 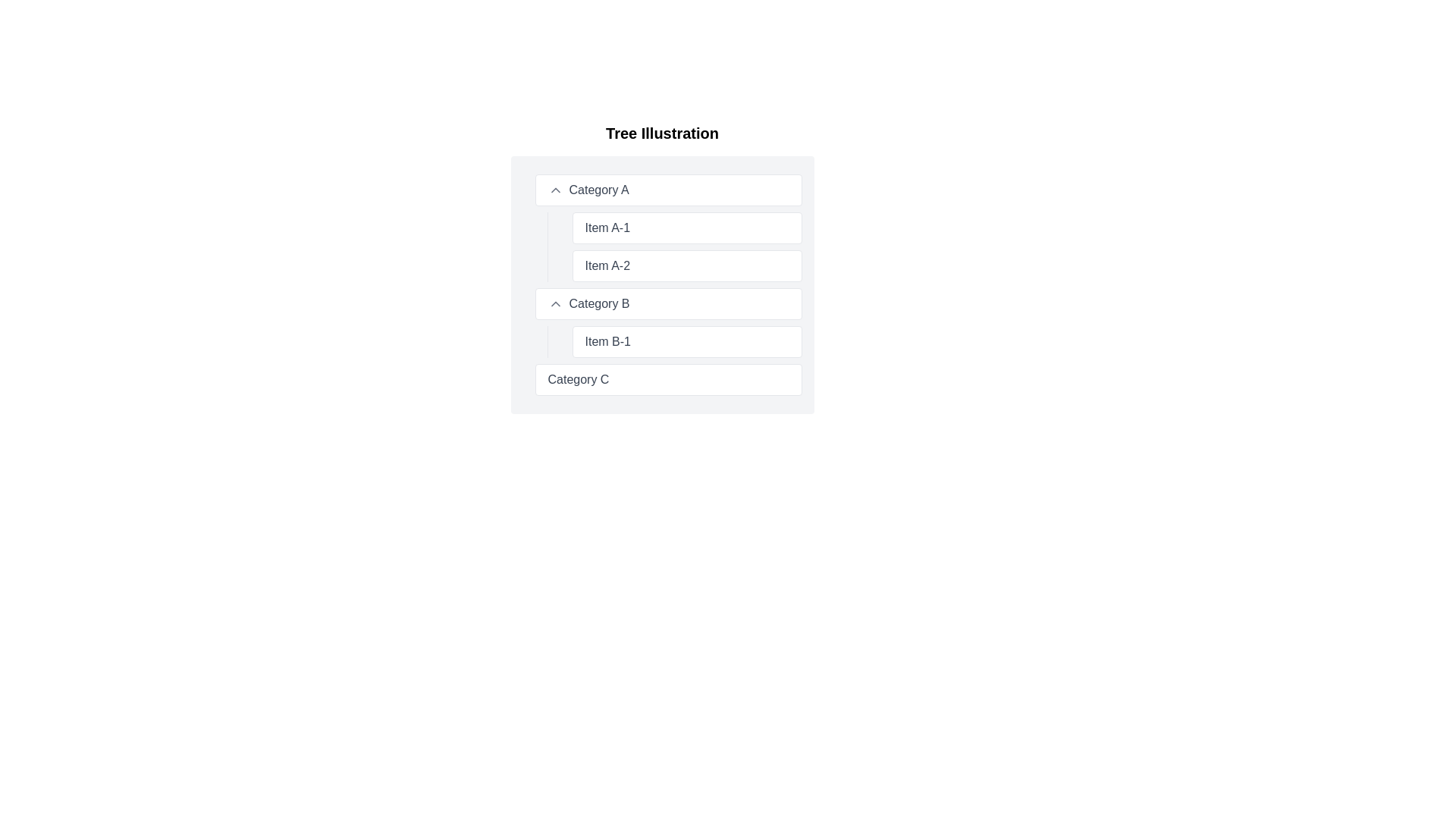 What do you see at coordinates (598, 189) in the screenshot?
I see `the text label 'Category A' which is part of a button-like interface, positioned to the right of a triangular dropdown icon` at bounding box center [598, 189].